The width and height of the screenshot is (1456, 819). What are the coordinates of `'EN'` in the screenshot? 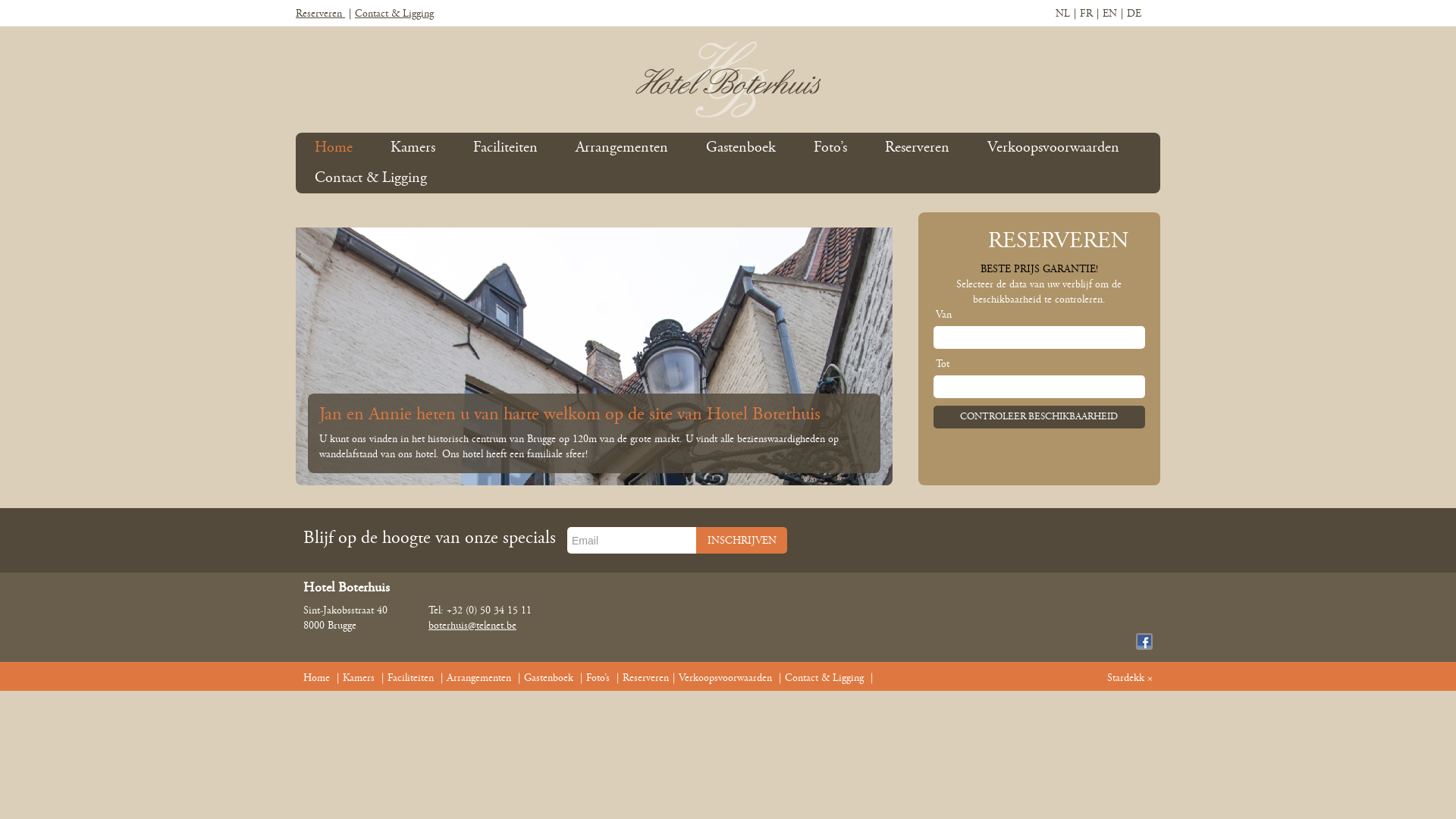 It's located at (1109, 14).